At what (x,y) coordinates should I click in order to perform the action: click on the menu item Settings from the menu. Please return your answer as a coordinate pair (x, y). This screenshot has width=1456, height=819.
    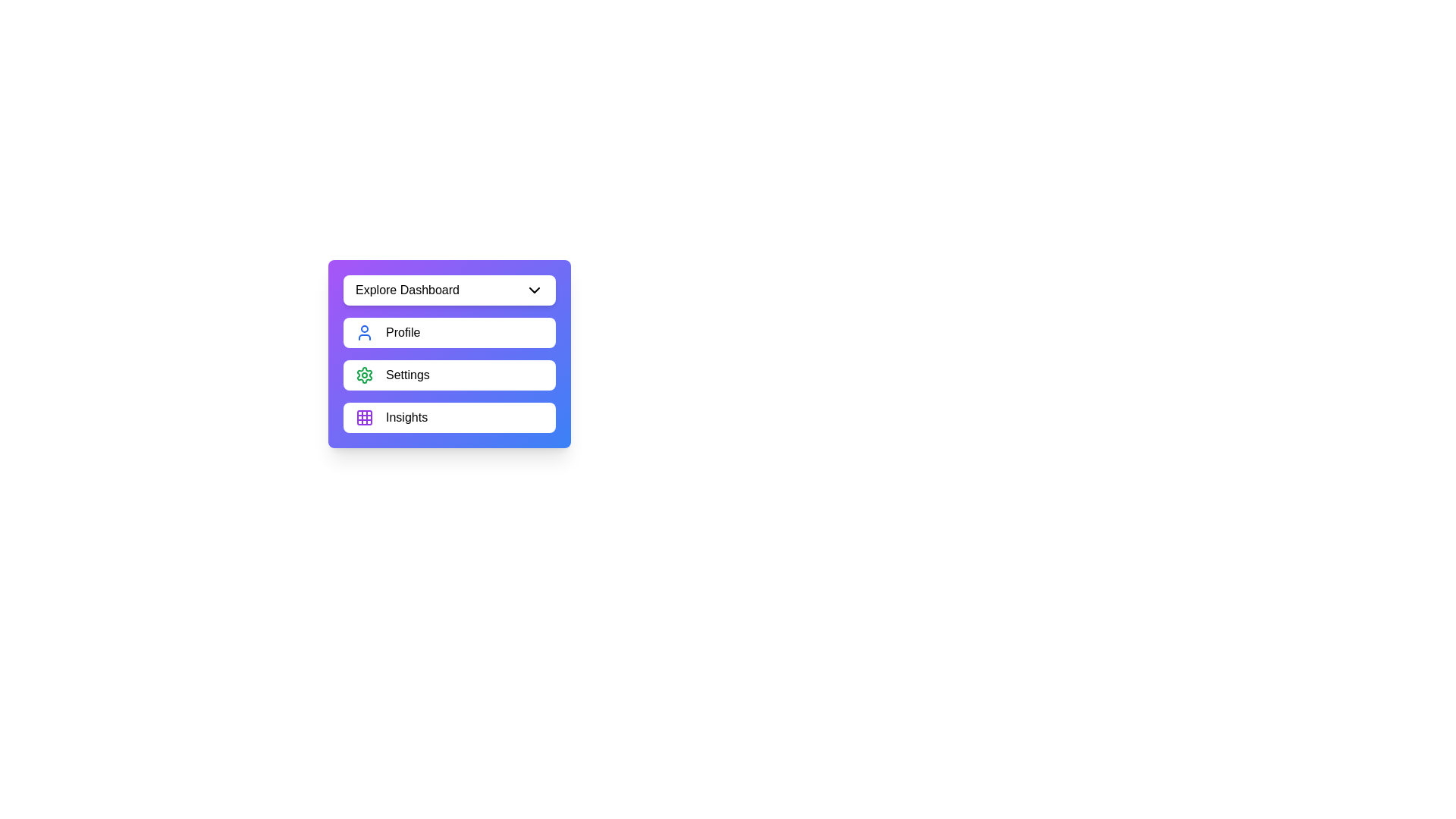
    Looking at the image, I should click on (449, 375).